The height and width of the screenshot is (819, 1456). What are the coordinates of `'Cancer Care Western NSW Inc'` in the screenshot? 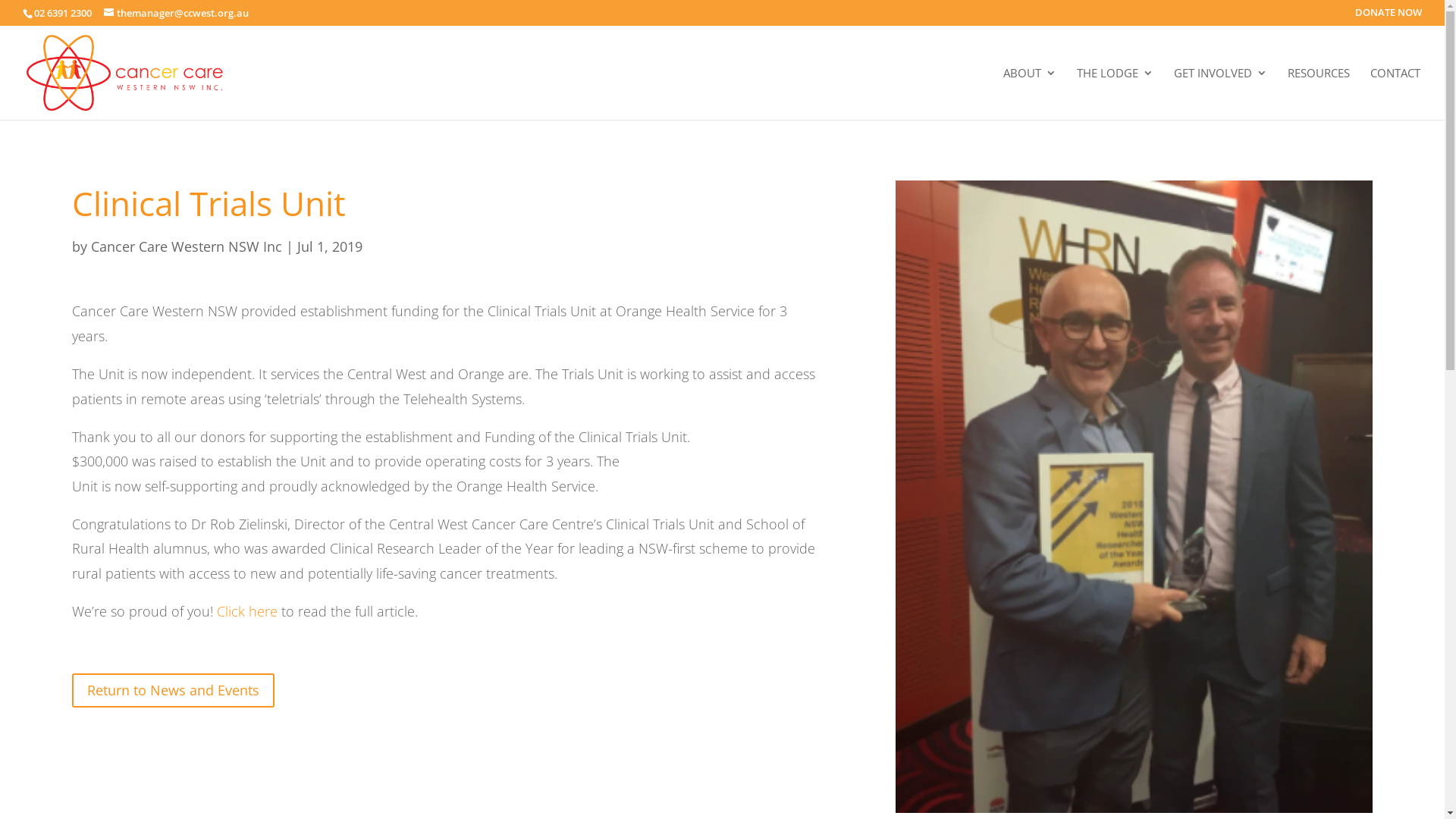 It's located at (185, 245).